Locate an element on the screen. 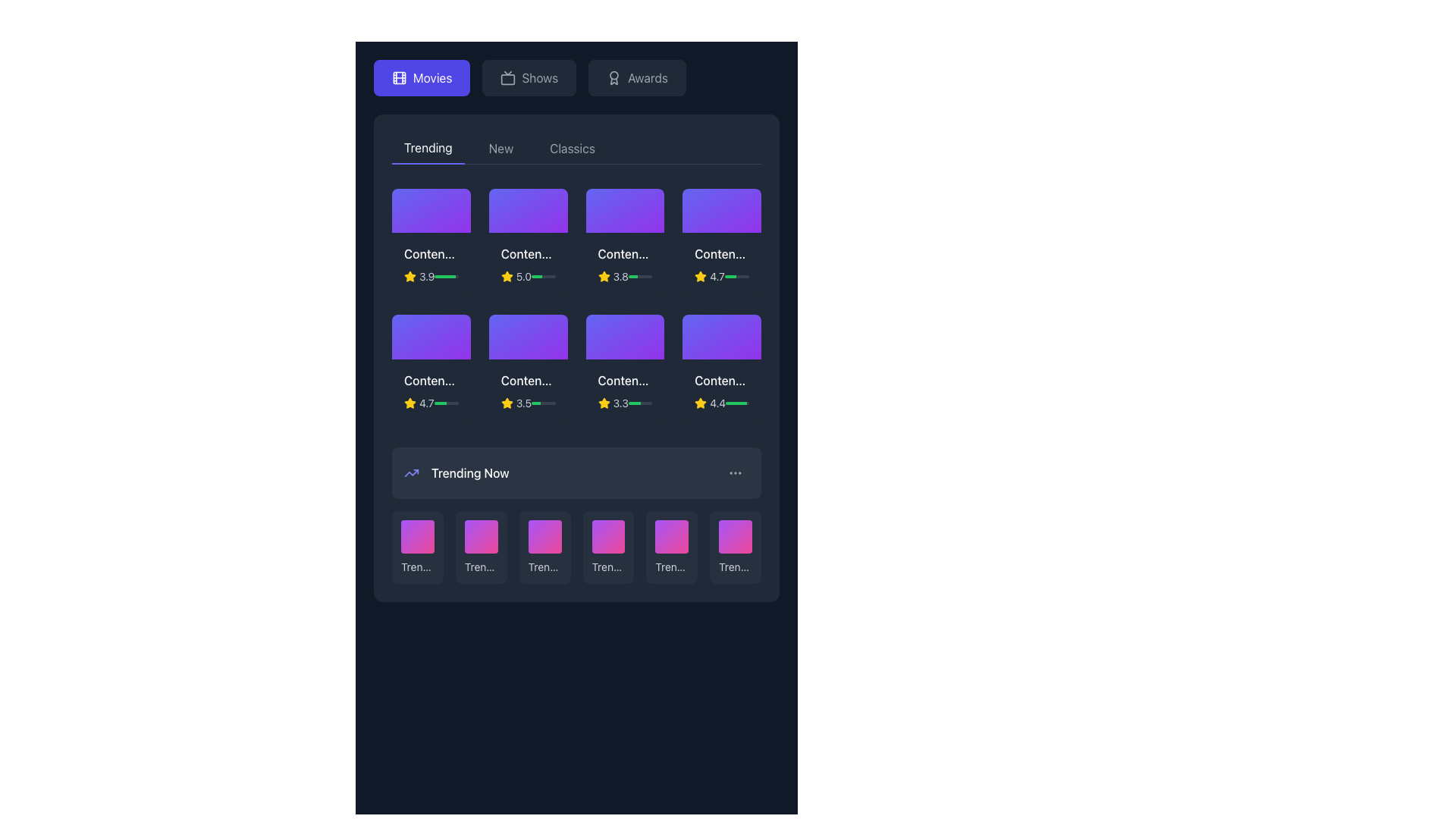 This screenshot has width=1456, height=819. the small yellow star-shaped icon indicating a rating or favorite within the second row and third column of the 'Trending' content grid is located at coordinates (603, 402).